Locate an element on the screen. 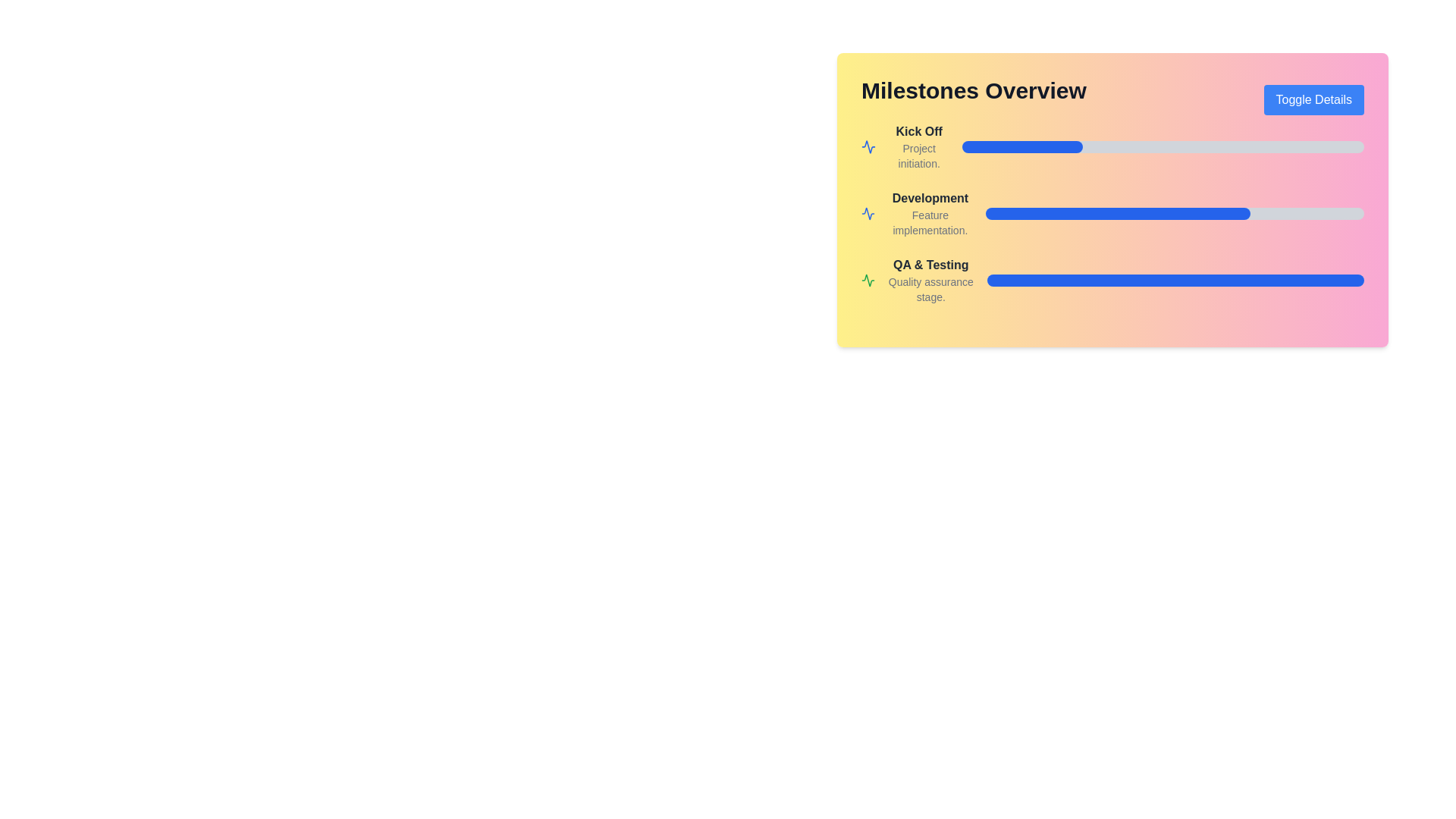 The width and height of the screenshot is (1456, 819). the text label 'Development', which is styled in bold and is part of a vertical list of milestones in the 'Milestones Overview' section is located at coordinates (929, 198).